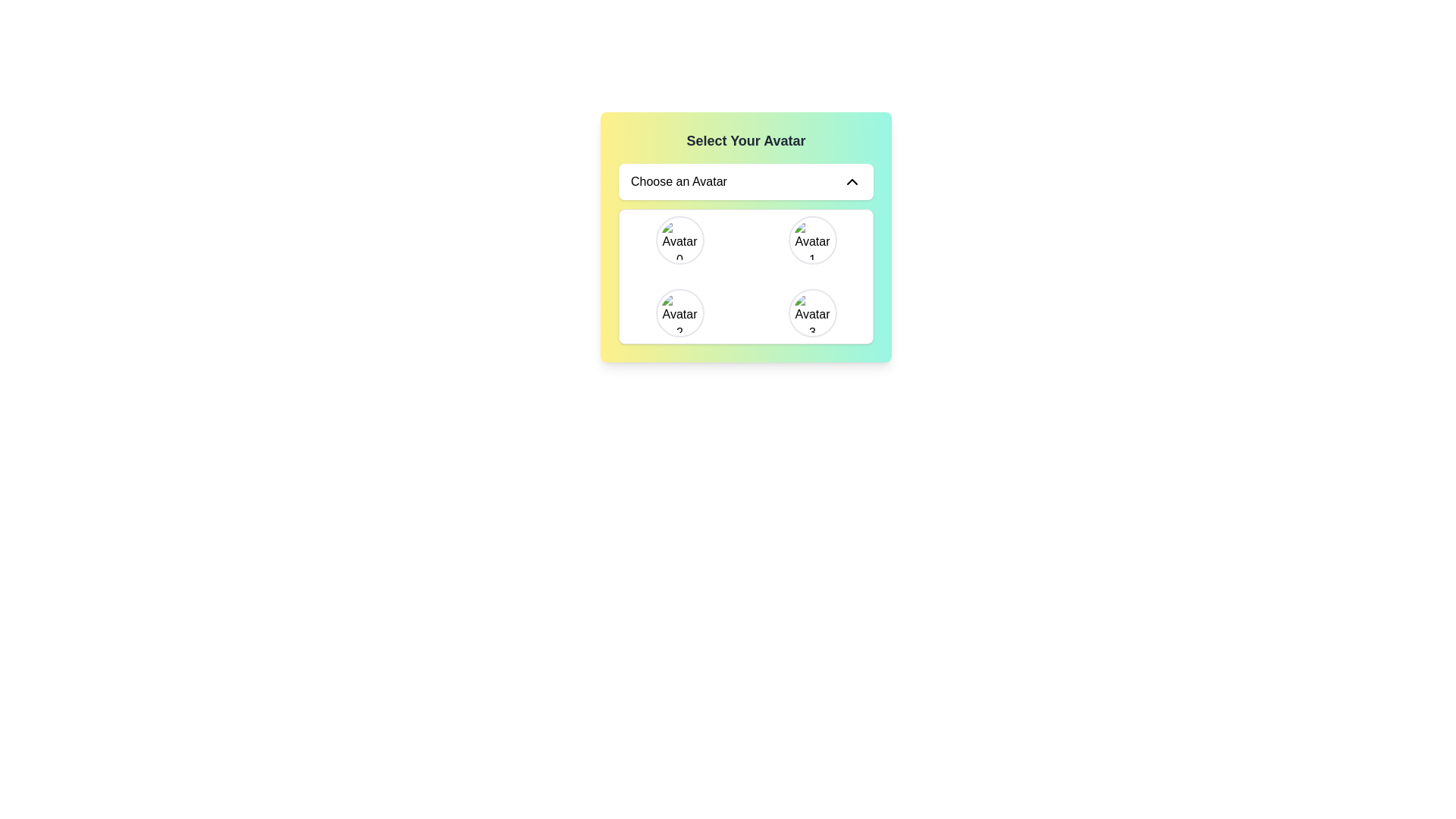  Describe the element at coordinates (811, 239) in the screenshot. I see `the circular avatar icon located in the second column of the first row, which has a light border and a small placeholder image` at that location.